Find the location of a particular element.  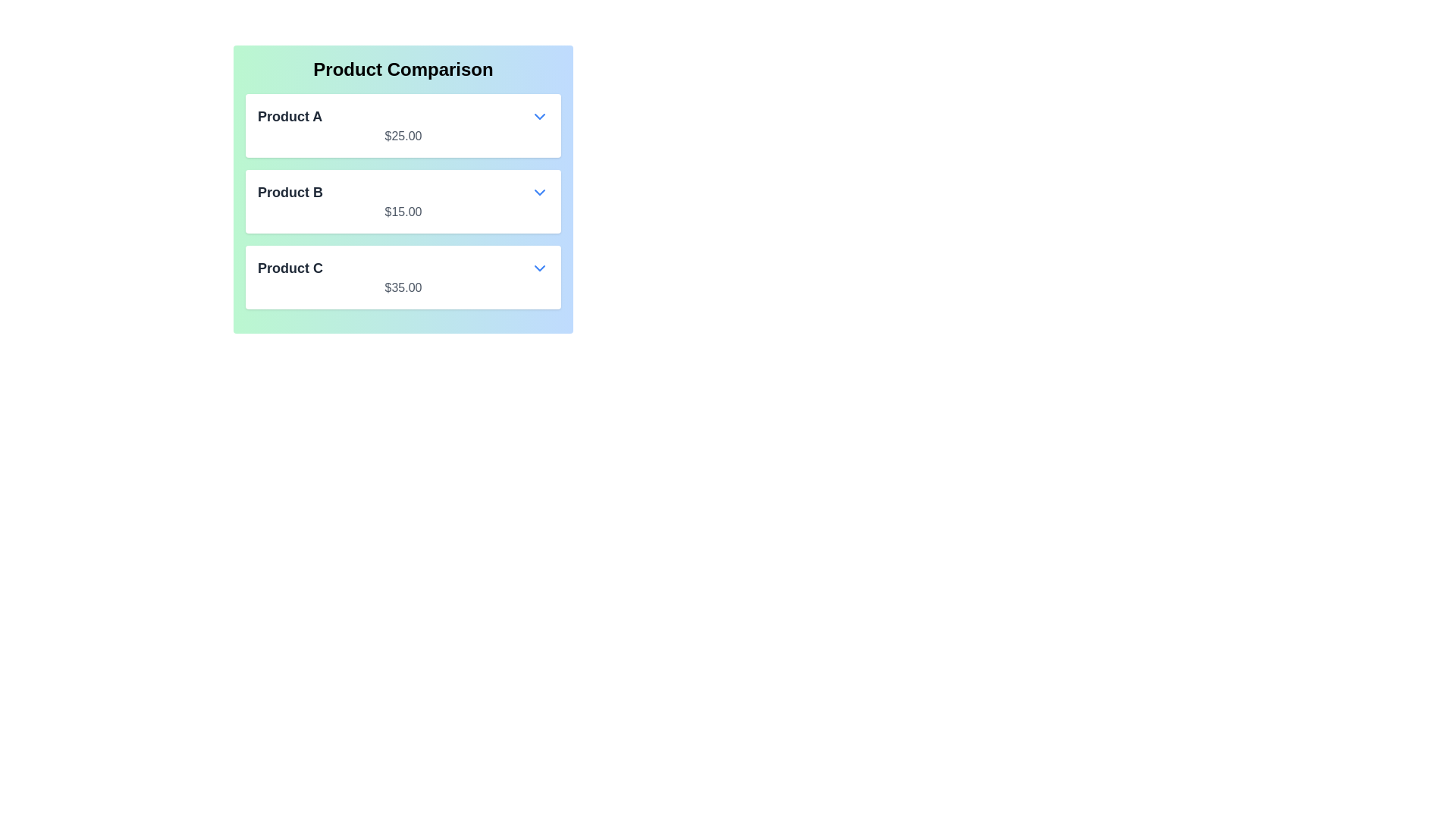

the price label indicating '$35.00' located below 'Product C' in the product comparison layout is located at coordinates (403, 288).